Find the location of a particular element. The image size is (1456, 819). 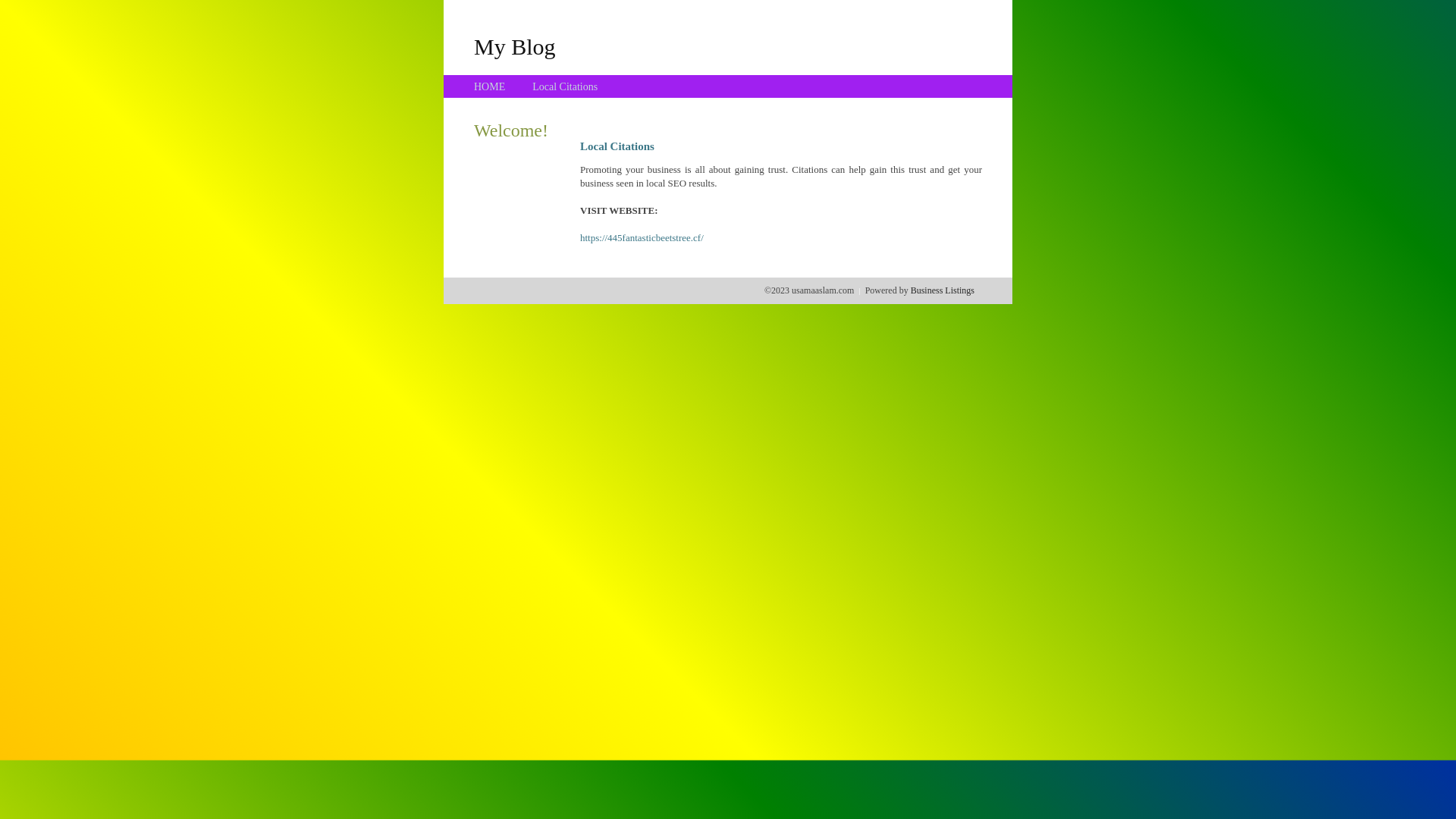

'https://445fantasticbeetstree.cf/' is located at coordinates (642, 237).